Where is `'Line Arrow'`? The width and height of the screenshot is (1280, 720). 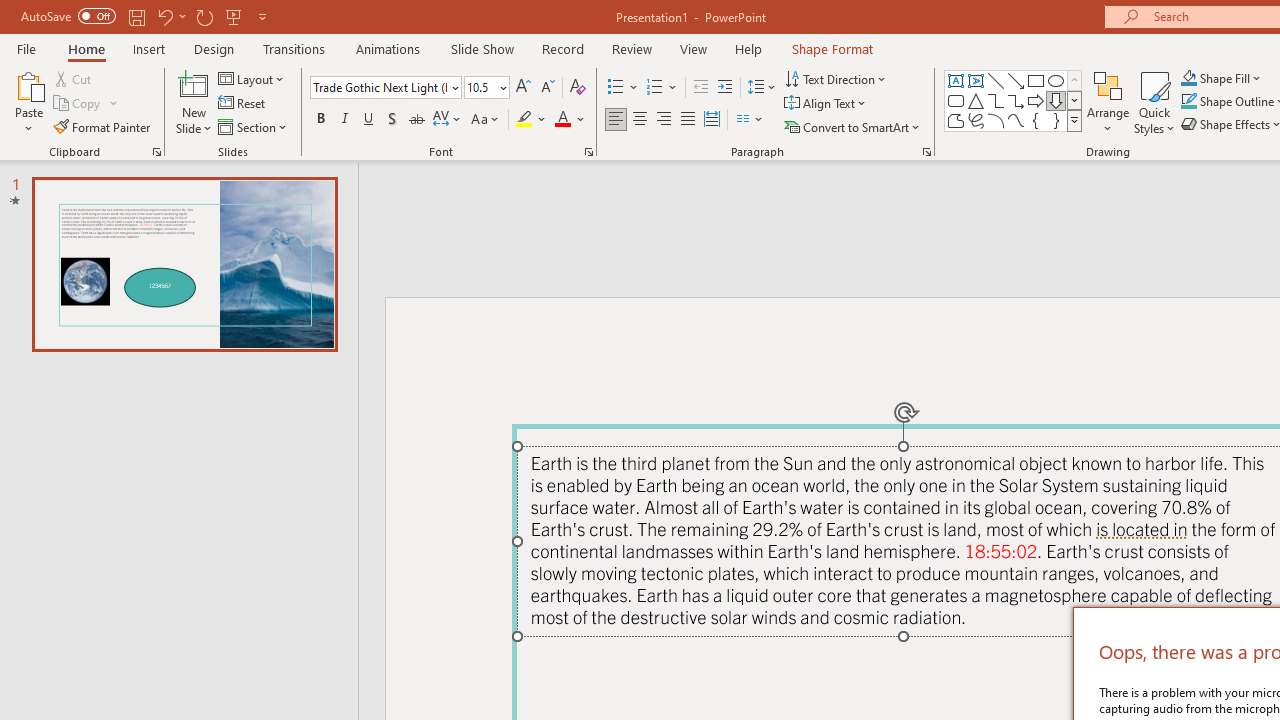 'Line Arrow' is located at coordinates (1016, 80).